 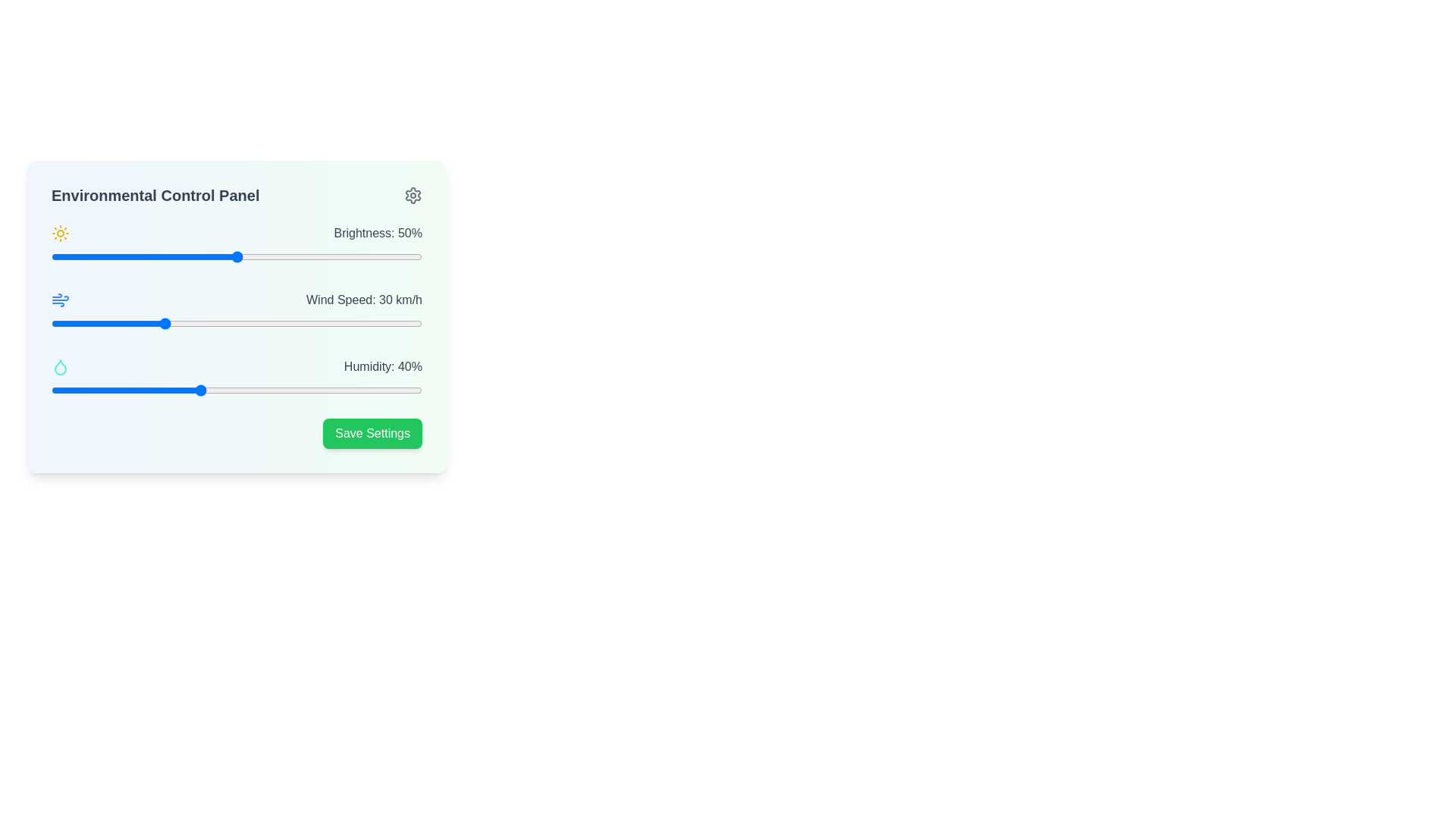 I want to click on the gear-shaped icon button located, so click(x=413, y=195).